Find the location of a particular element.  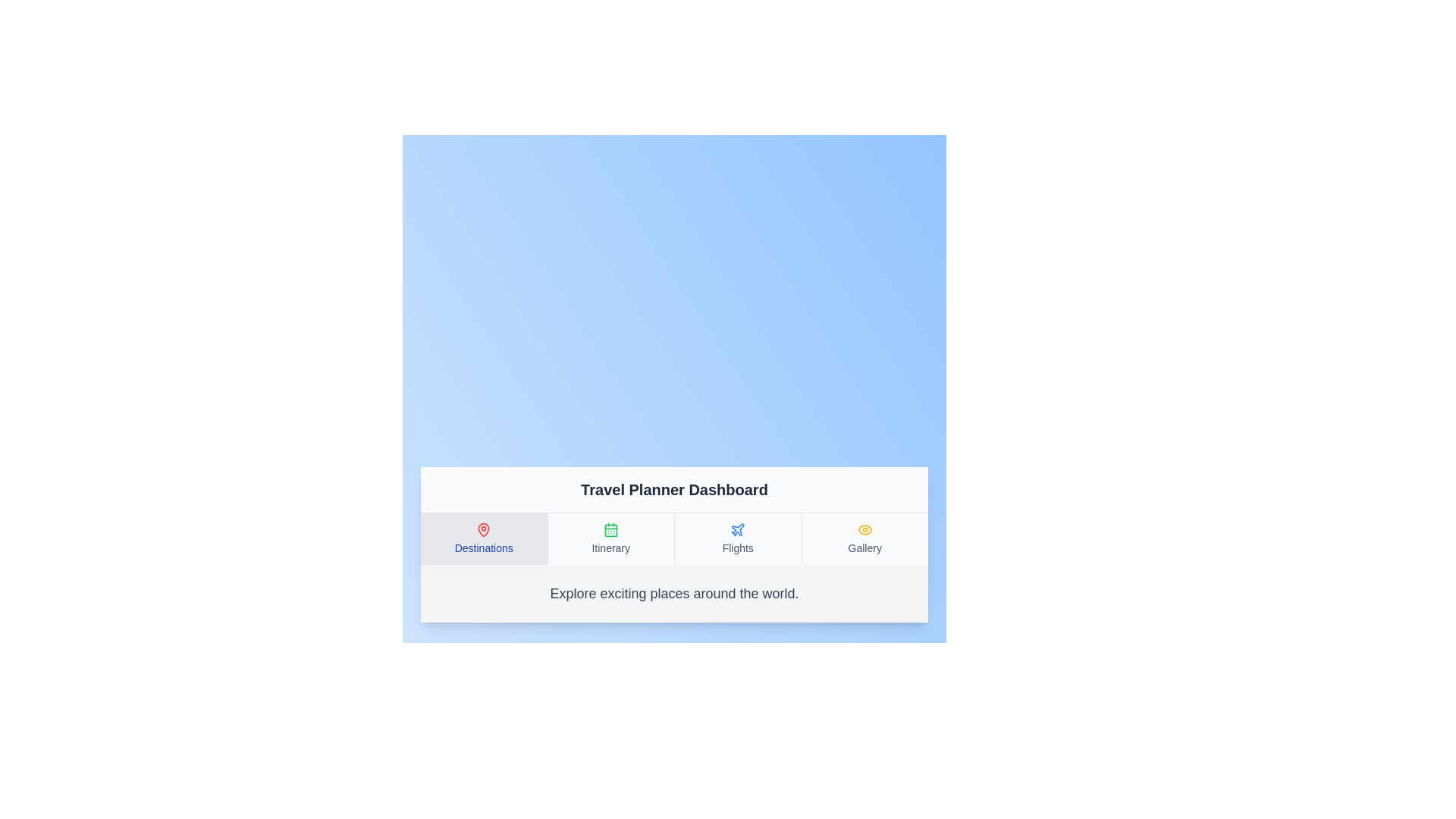

the fourth button in the horizontal menu, located at the far right is located at coordinates (864, 538).